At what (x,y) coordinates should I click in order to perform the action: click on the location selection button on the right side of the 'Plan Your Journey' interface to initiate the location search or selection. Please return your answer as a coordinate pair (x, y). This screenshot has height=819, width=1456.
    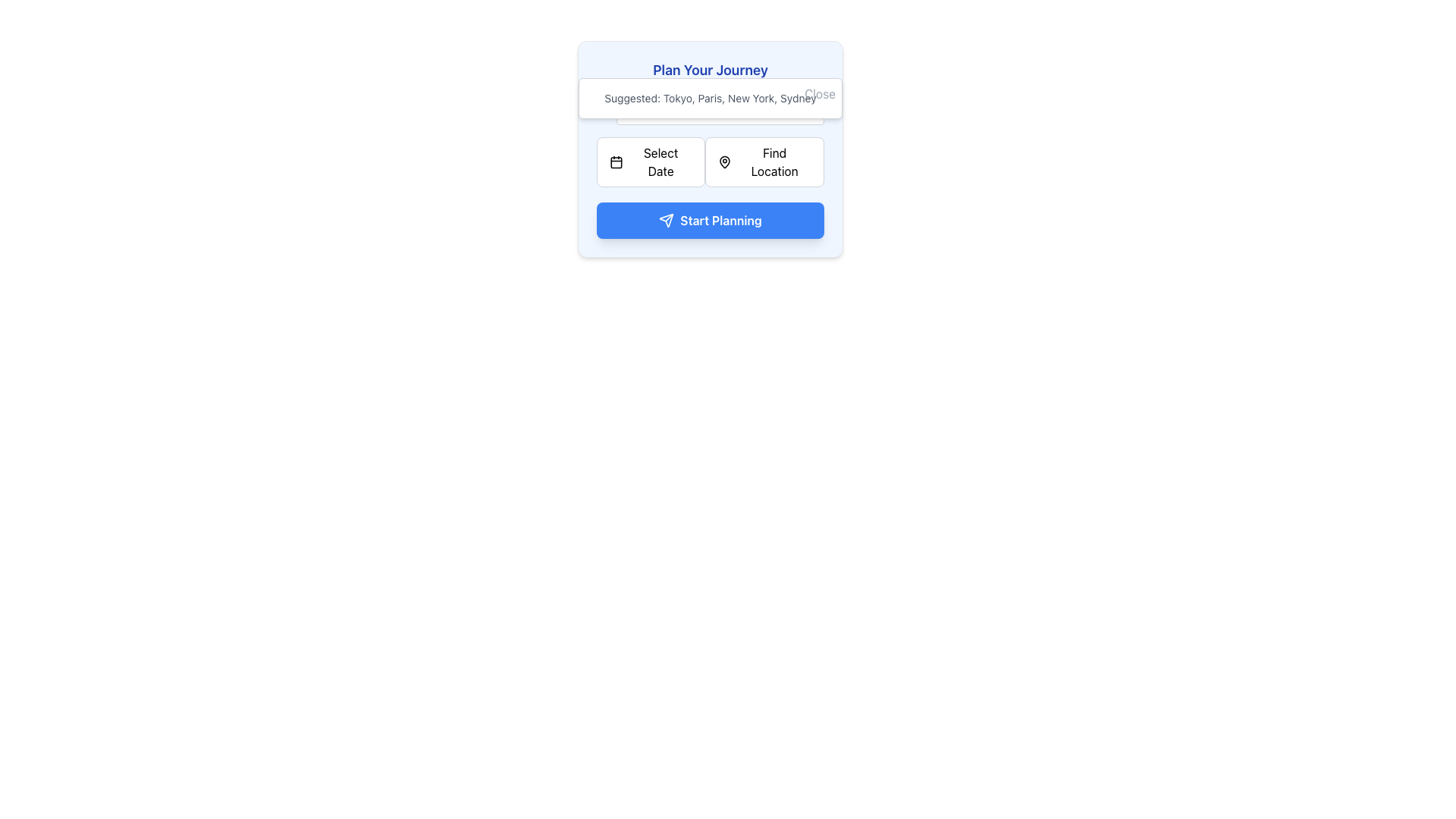
    Looking at the image, I should click on (764, 162).